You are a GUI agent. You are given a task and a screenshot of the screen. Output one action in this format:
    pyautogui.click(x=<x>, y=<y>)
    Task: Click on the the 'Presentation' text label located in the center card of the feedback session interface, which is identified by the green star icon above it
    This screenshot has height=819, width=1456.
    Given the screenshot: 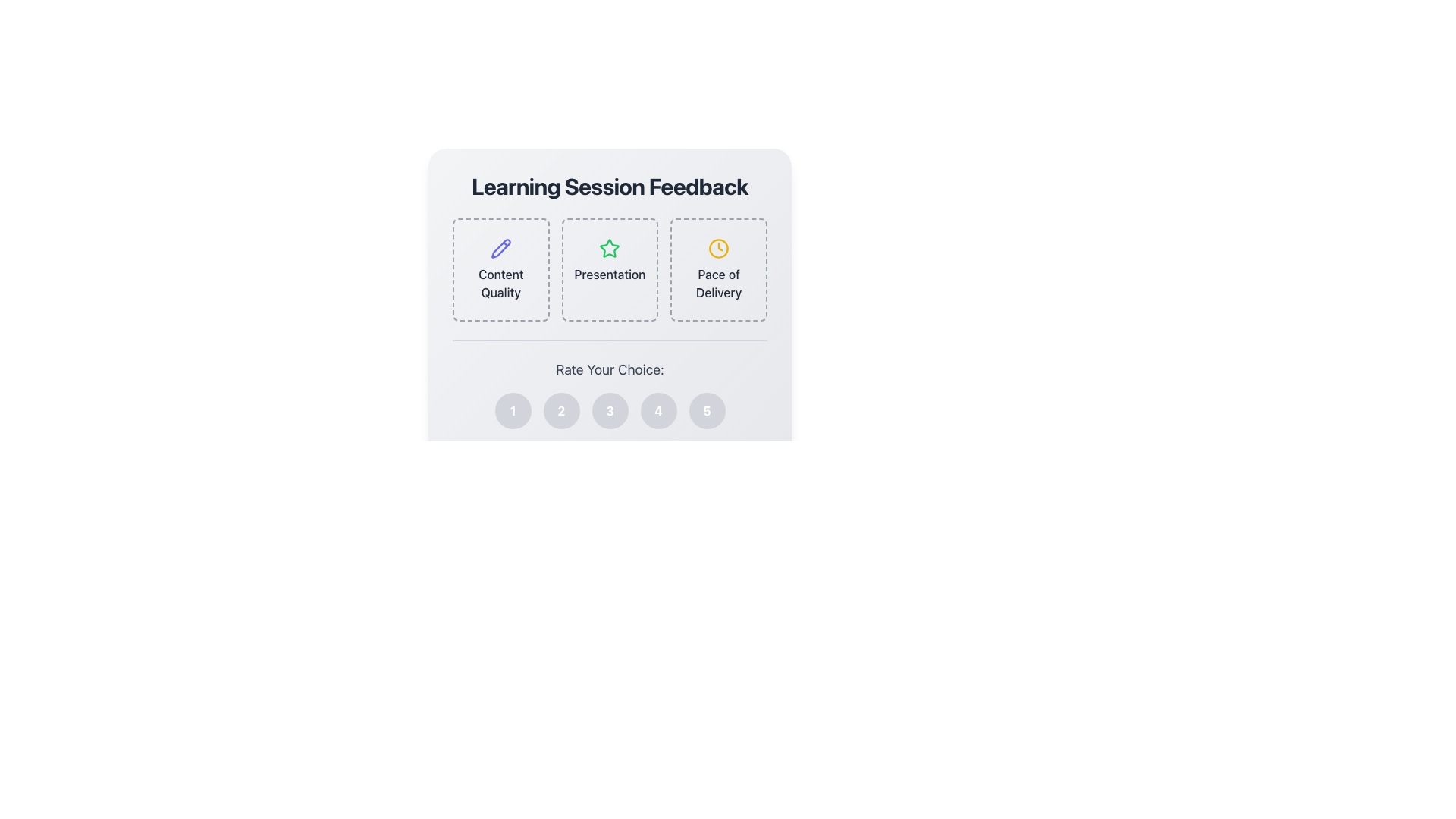 What is the action you would take?
    pyautogui.click(x=610, y=275)
    